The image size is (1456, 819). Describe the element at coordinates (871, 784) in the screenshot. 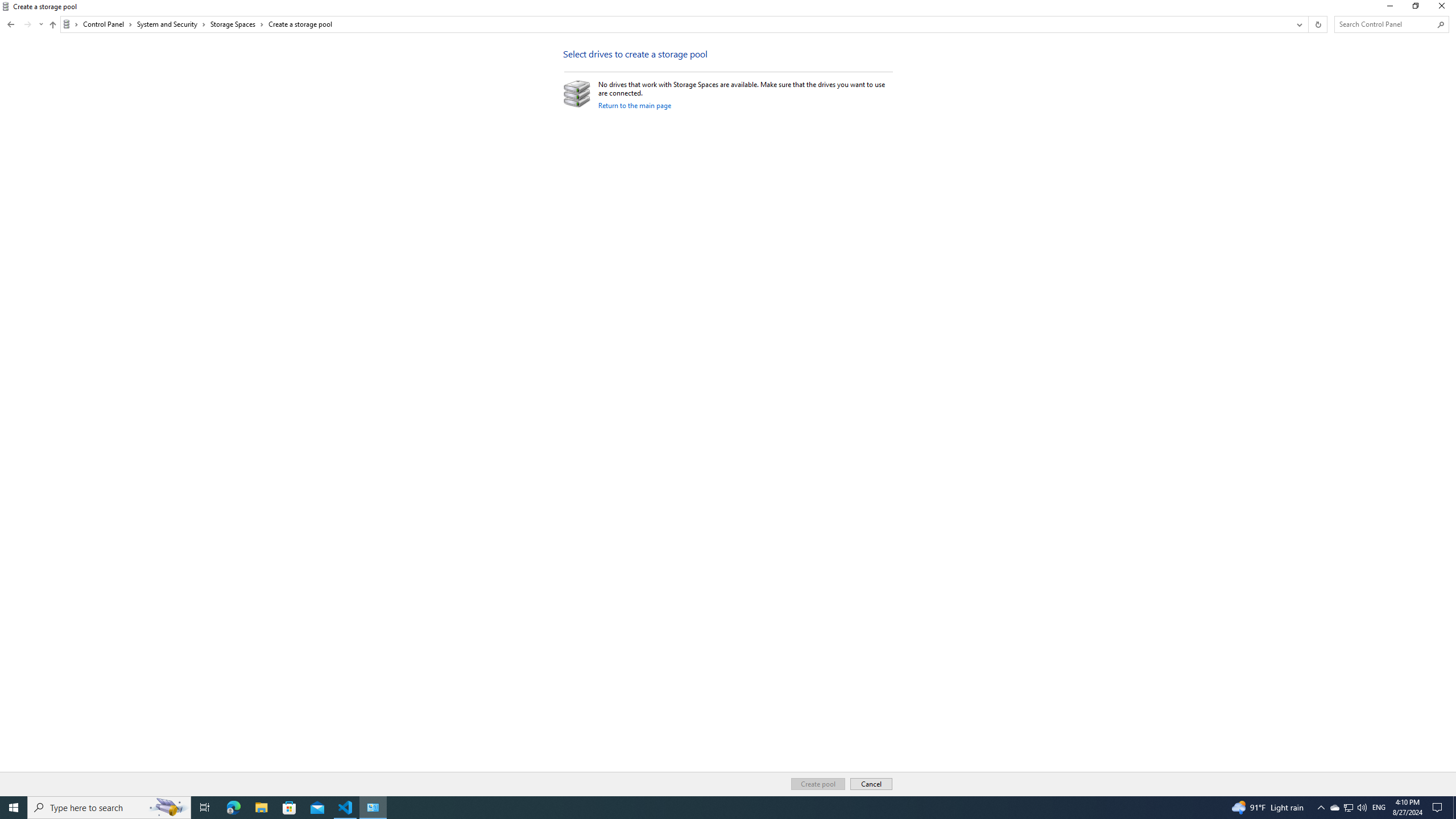

I see `'Cancel'` at that location.